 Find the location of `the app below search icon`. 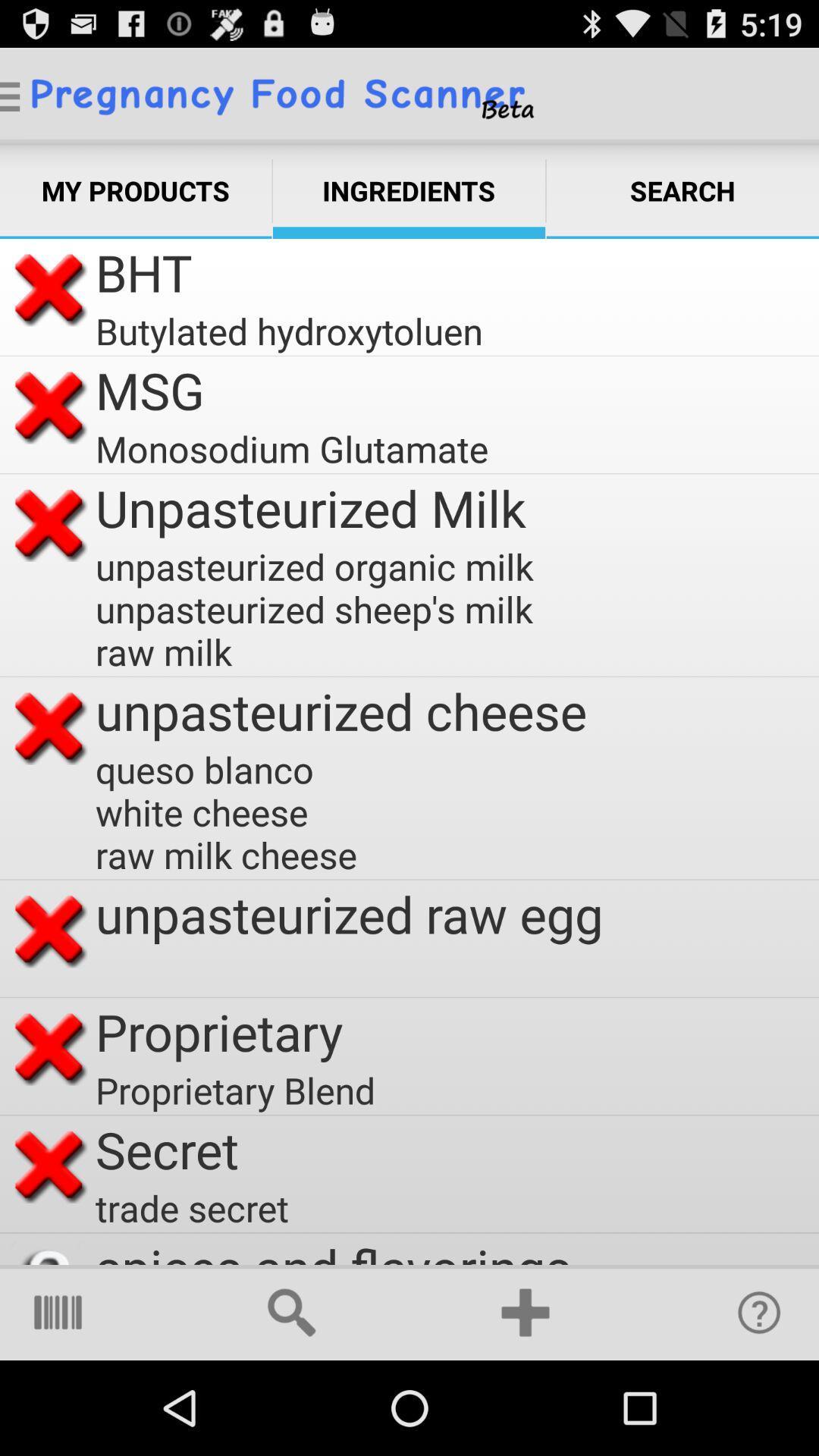

the app below search icon is located at coordinates (759, 1312).